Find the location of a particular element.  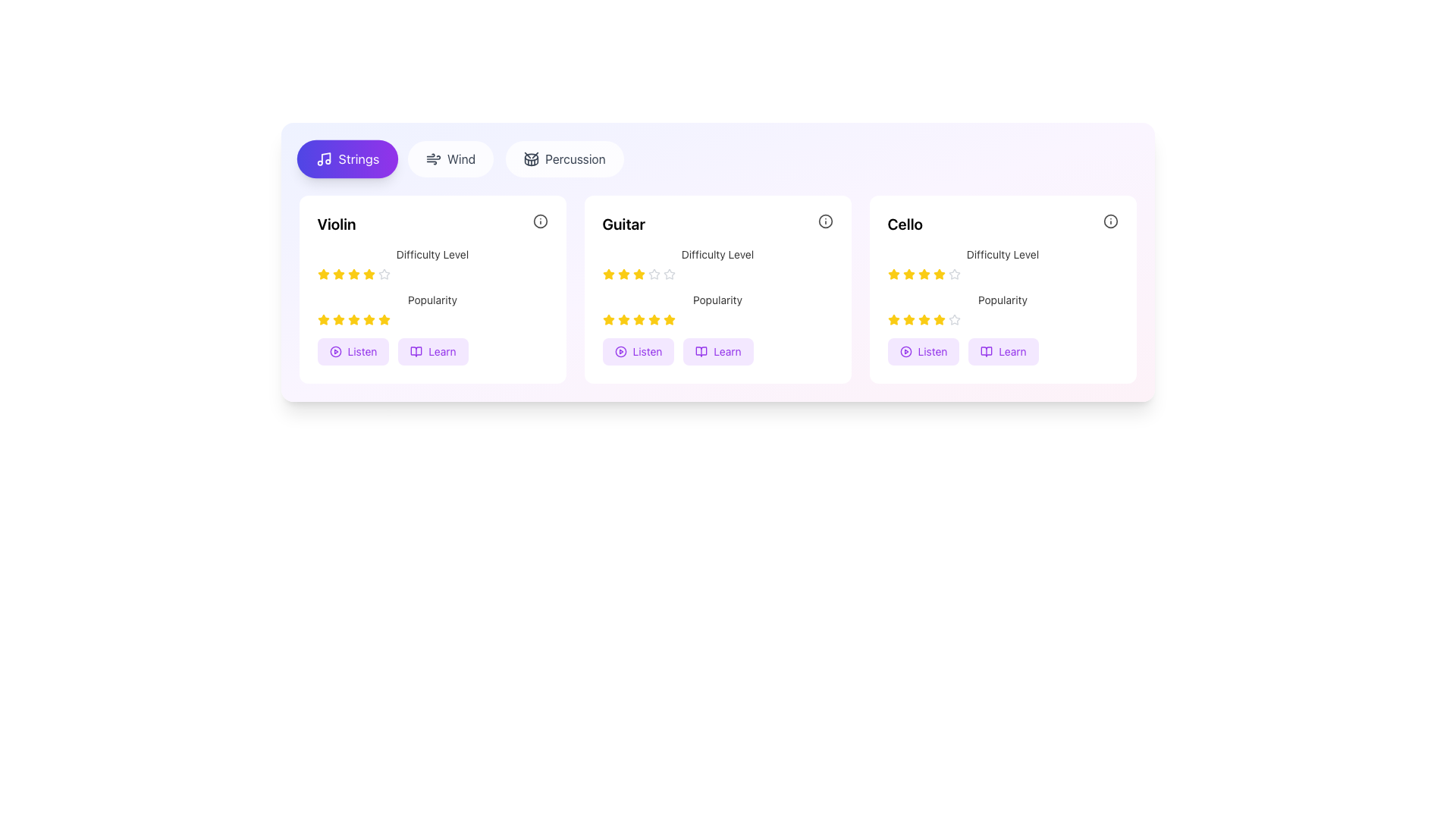

the first star icon in the rating component under the 'Difficulty Level' label for the 'Cello' card to provide a rating is located at coordinates (893, 274).